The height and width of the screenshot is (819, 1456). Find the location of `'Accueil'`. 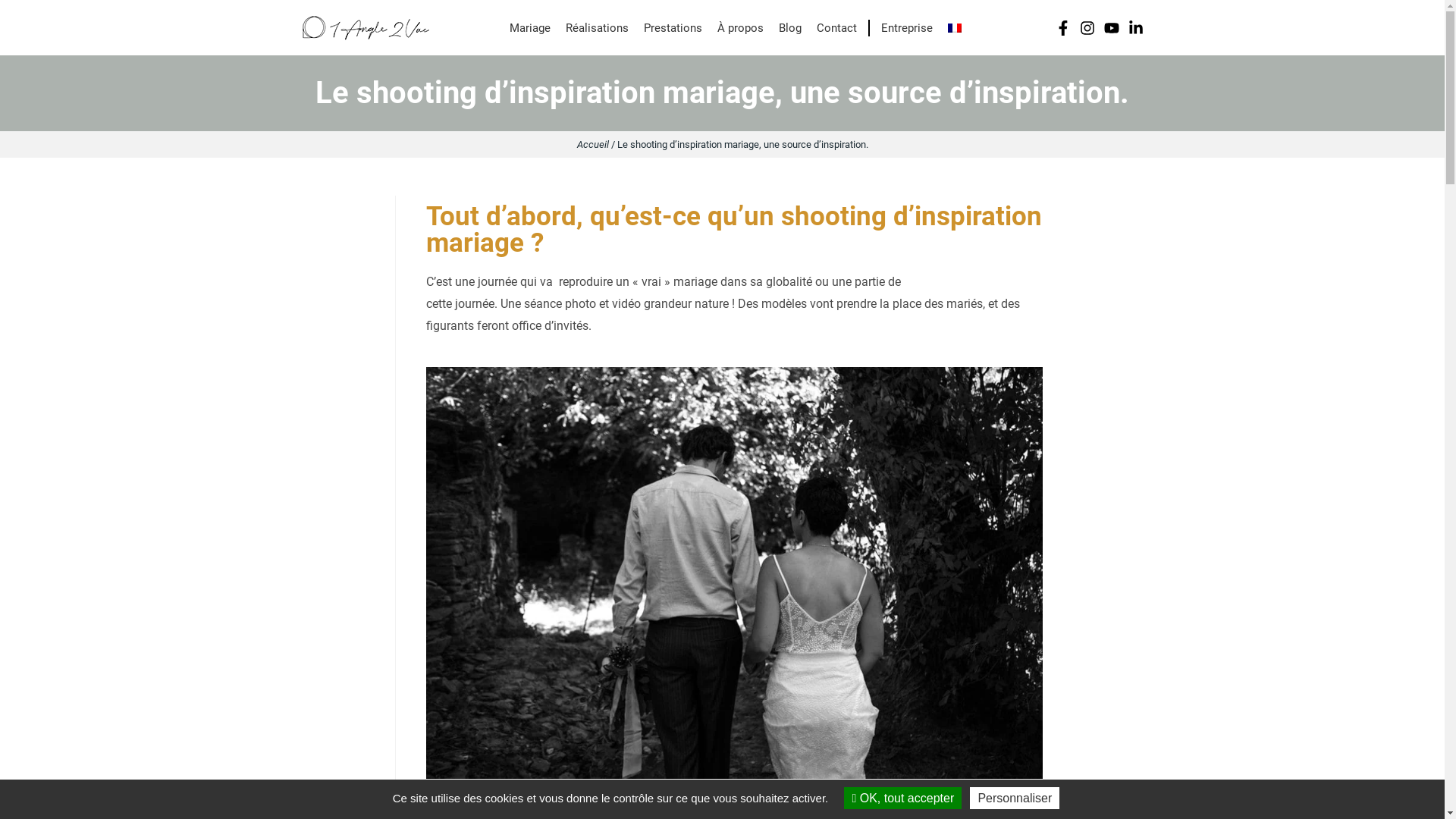

'Accueil' is located at coordinates (591, 144).